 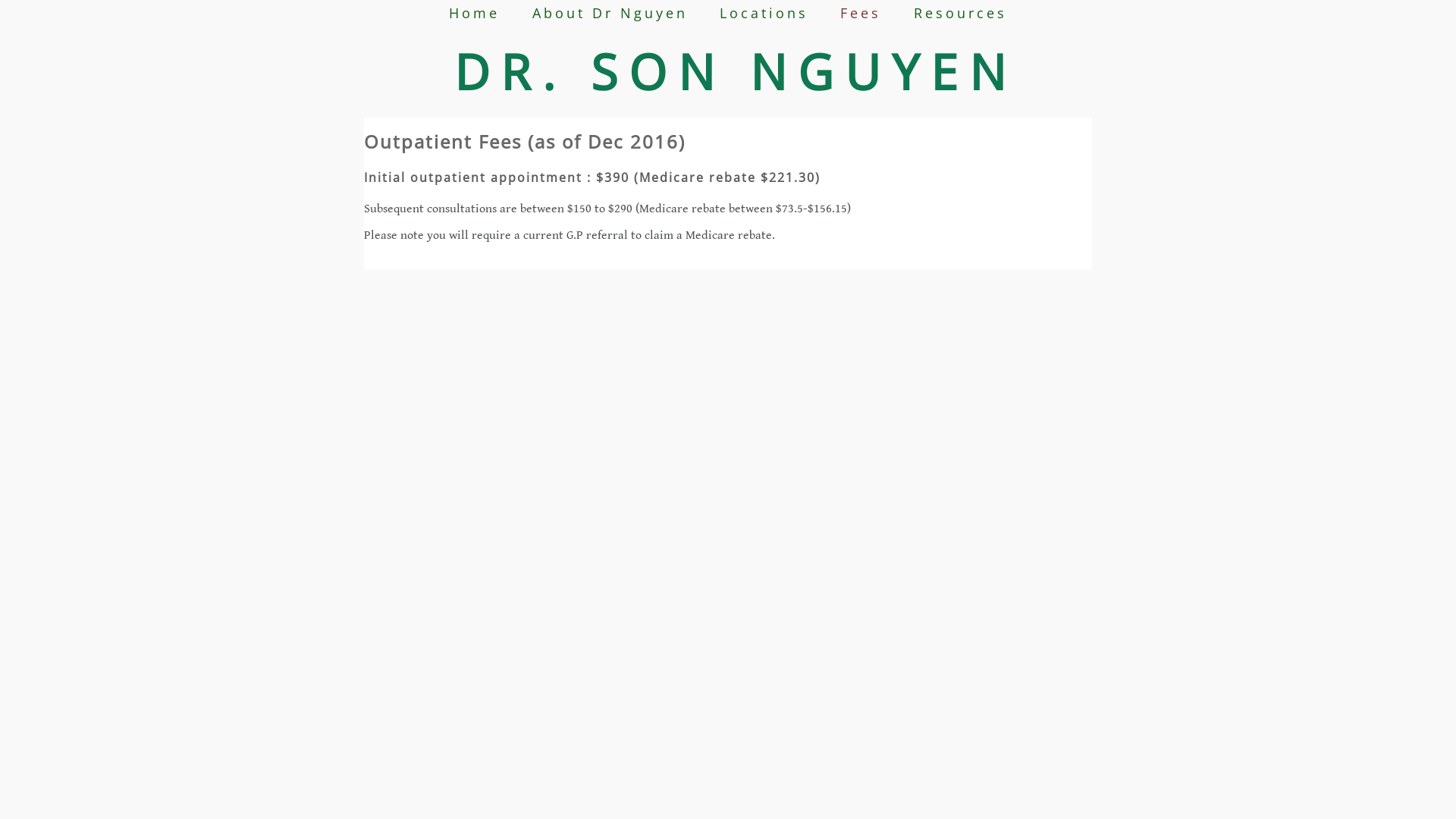 What do you see at coordinates (959, 12) in the screenshot?
I see `'Resources'` at bounding box center [959, 12].